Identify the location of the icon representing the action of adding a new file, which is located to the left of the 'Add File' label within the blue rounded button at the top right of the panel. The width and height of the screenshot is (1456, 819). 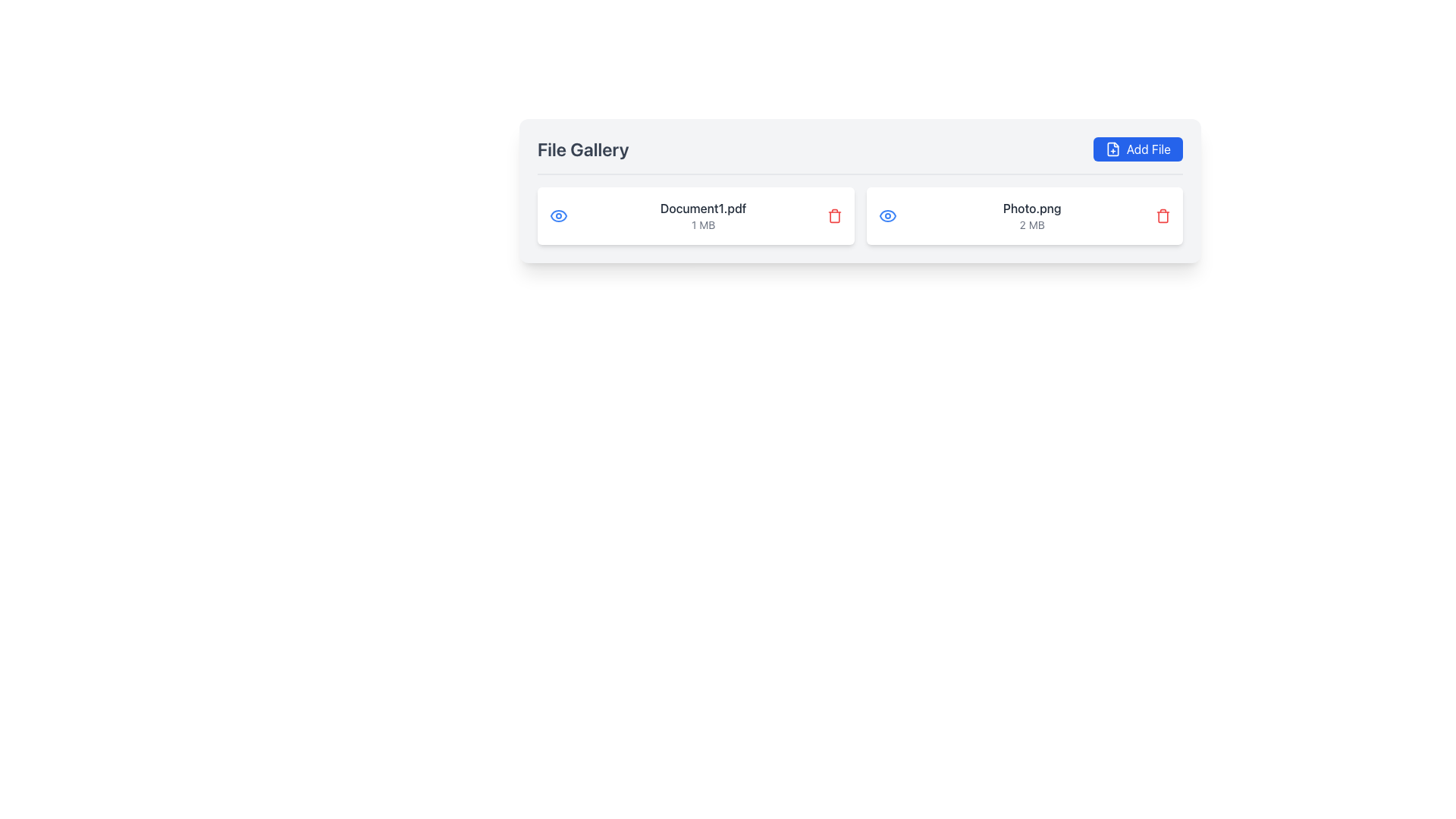
(1112, 149).